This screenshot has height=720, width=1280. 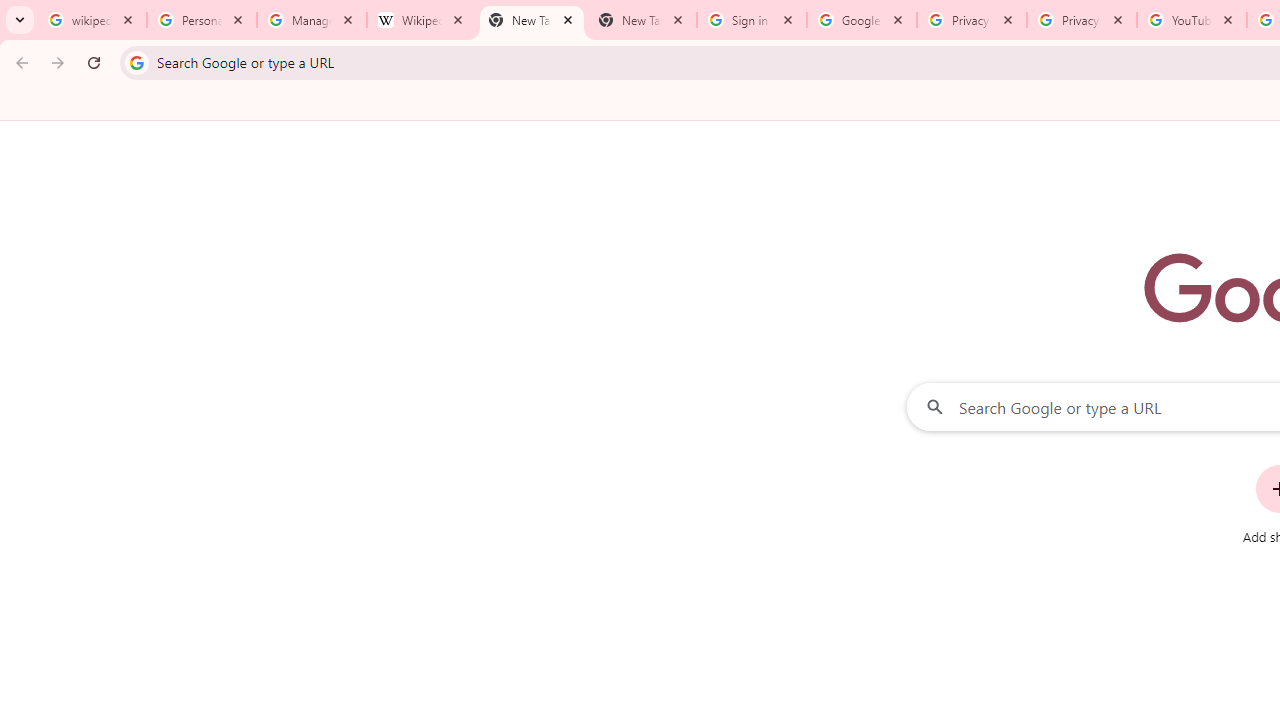 What do you see at coordinates (751, 20) in the screenshot?
I see `'Sign in - Google Accounts'` at bounding box center [751, 20].